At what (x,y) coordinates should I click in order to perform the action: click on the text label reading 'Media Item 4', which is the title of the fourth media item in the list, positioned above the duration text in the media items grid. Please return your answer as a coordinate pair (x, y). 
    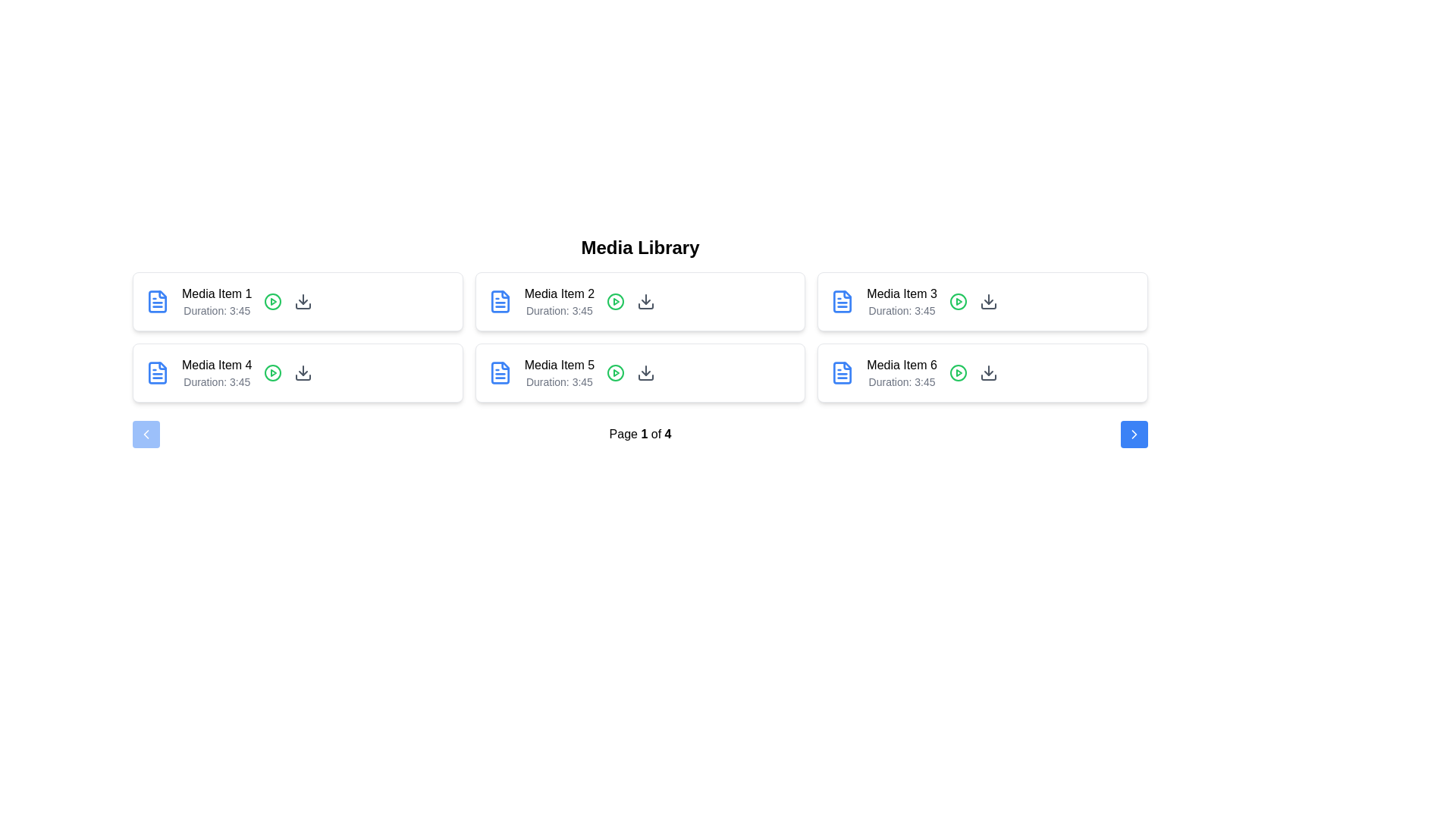
    Looking at the image, I should click on (216, 366).